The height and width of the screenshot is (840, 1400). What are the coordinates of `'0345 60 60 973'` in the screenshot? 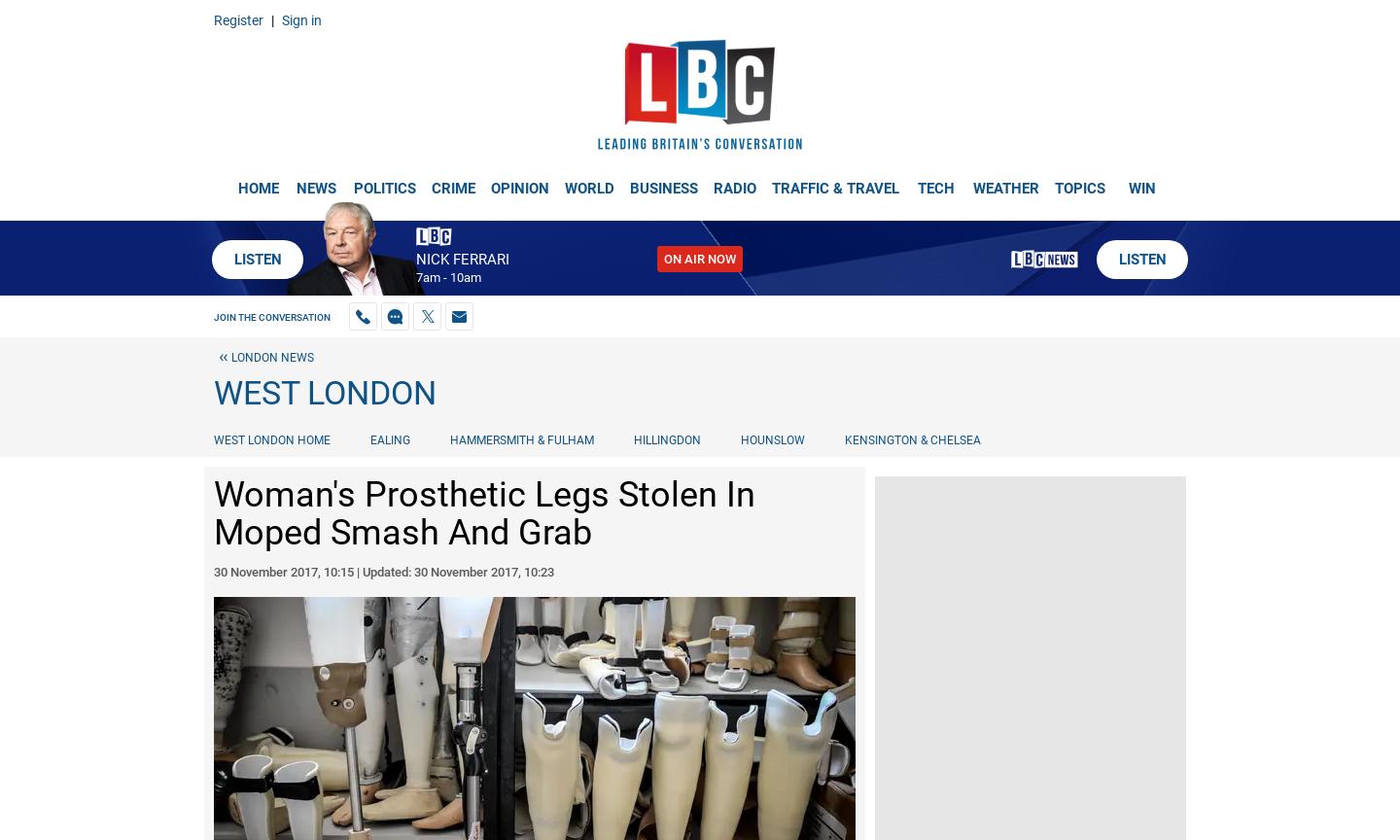 It's located at (64, 15).